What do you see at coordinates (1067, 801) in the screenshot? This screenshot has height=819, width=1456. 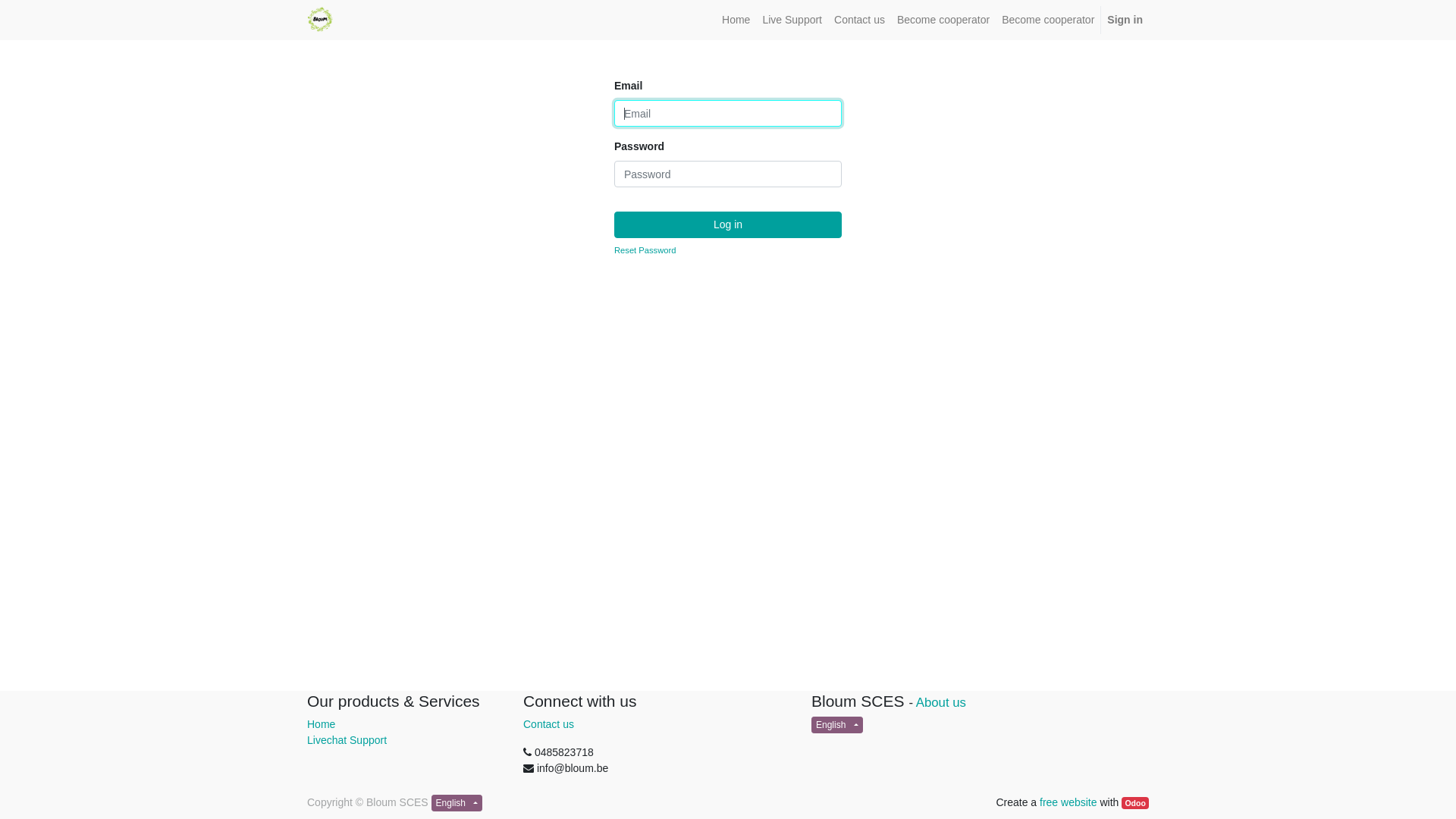 I see `'free website'` at bounding box center [1067, 801].